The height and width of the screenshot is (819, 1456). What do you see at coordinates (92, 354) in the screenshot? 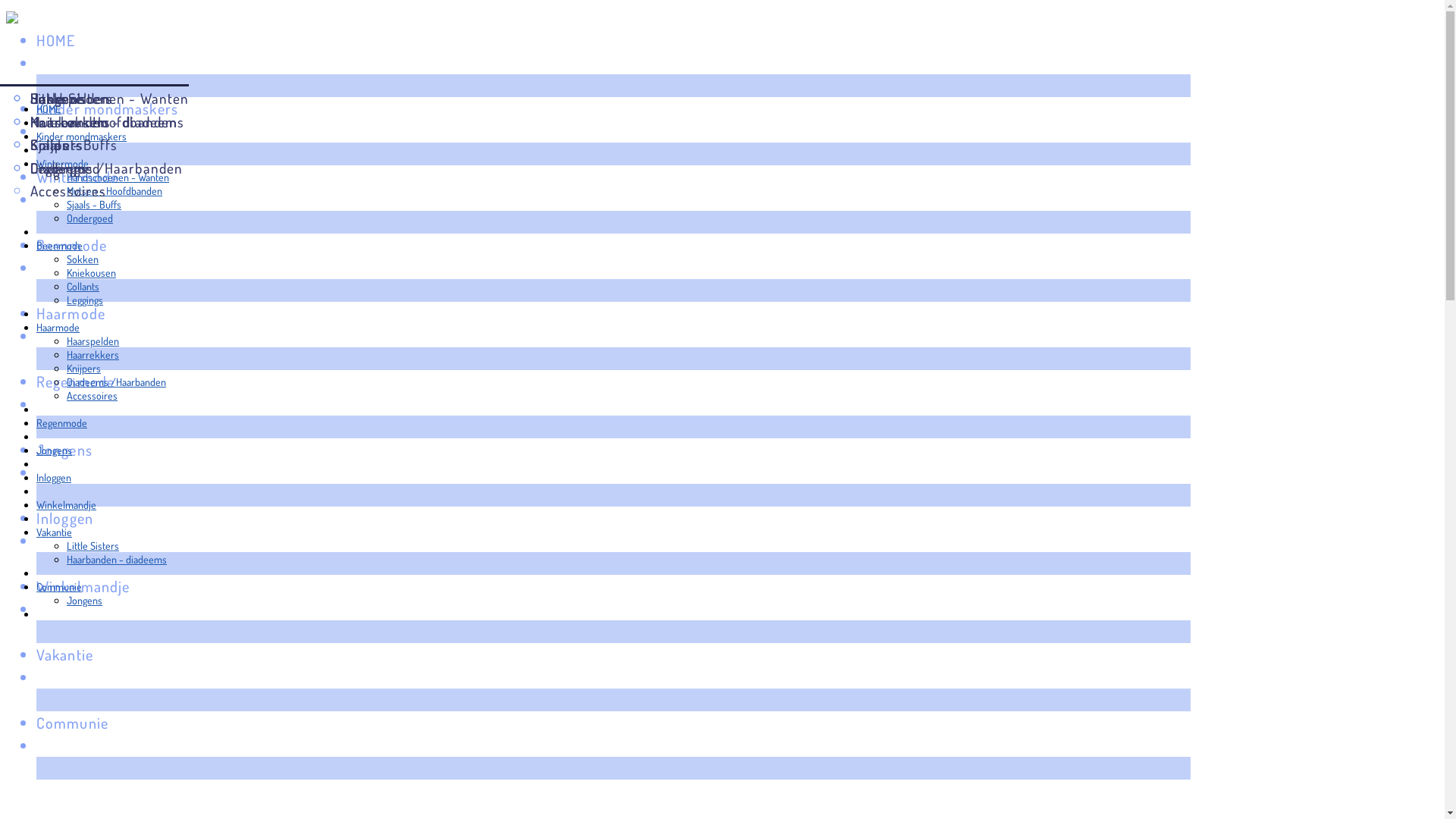
I see `'Haarrekkers'` at bounding box center [92, 354].